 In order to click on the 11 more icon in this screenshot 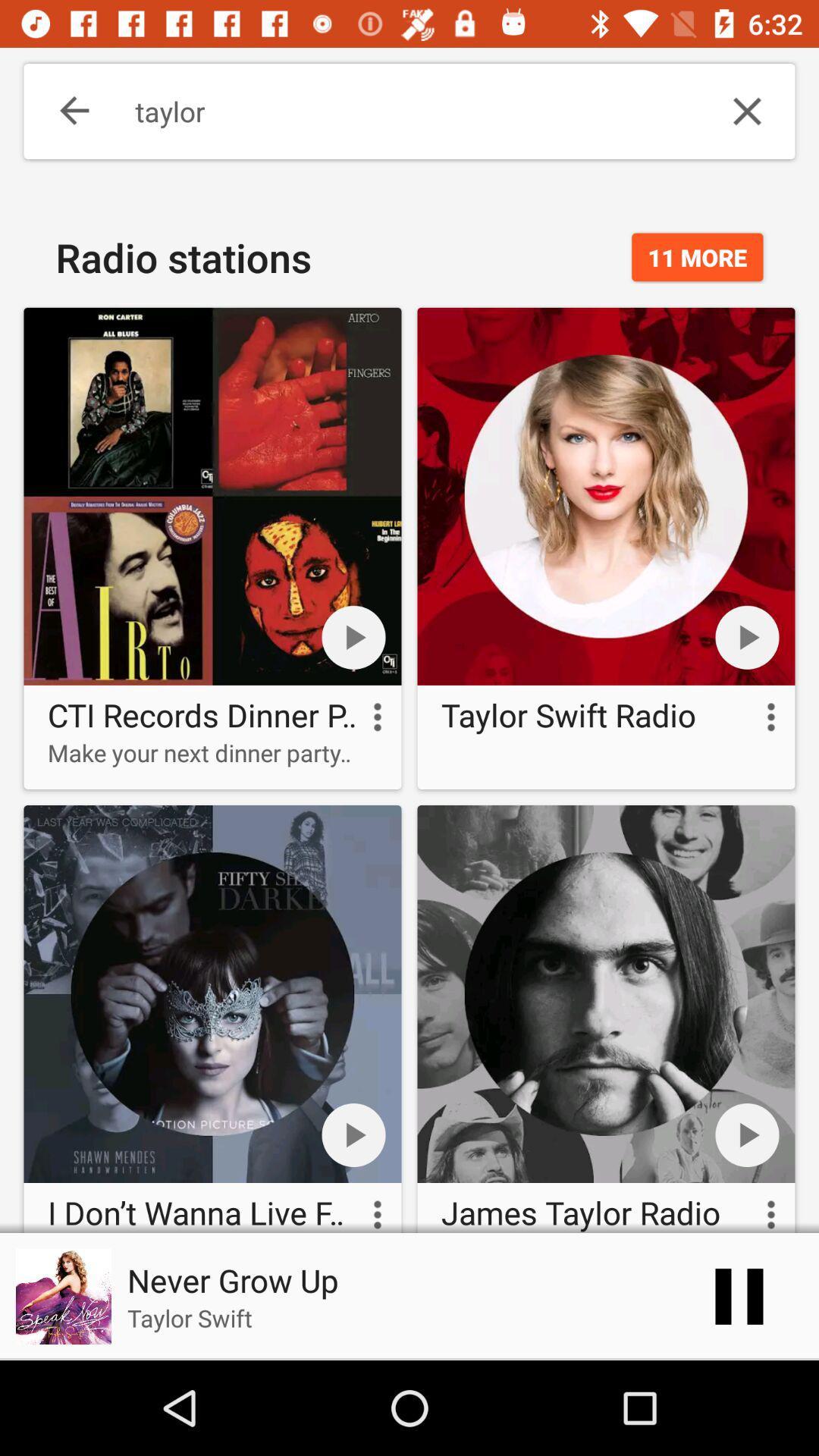, I will do `click(697, 257)`.